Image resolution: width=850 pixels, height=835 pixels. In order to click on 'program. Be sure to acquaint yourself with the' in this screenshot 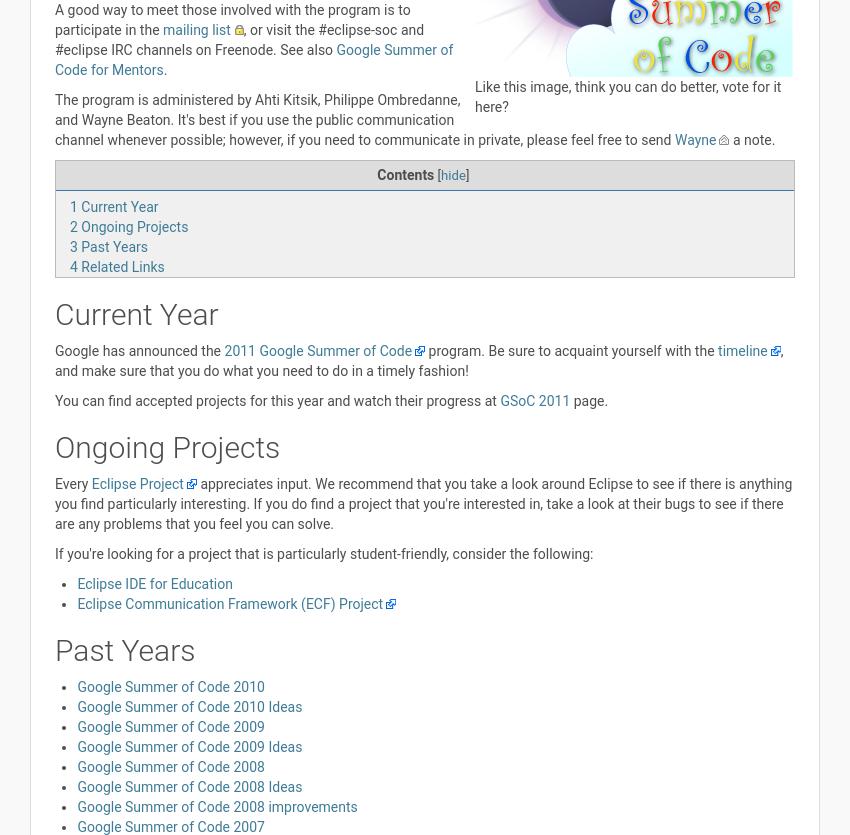, I will do `click(571, 350)`.